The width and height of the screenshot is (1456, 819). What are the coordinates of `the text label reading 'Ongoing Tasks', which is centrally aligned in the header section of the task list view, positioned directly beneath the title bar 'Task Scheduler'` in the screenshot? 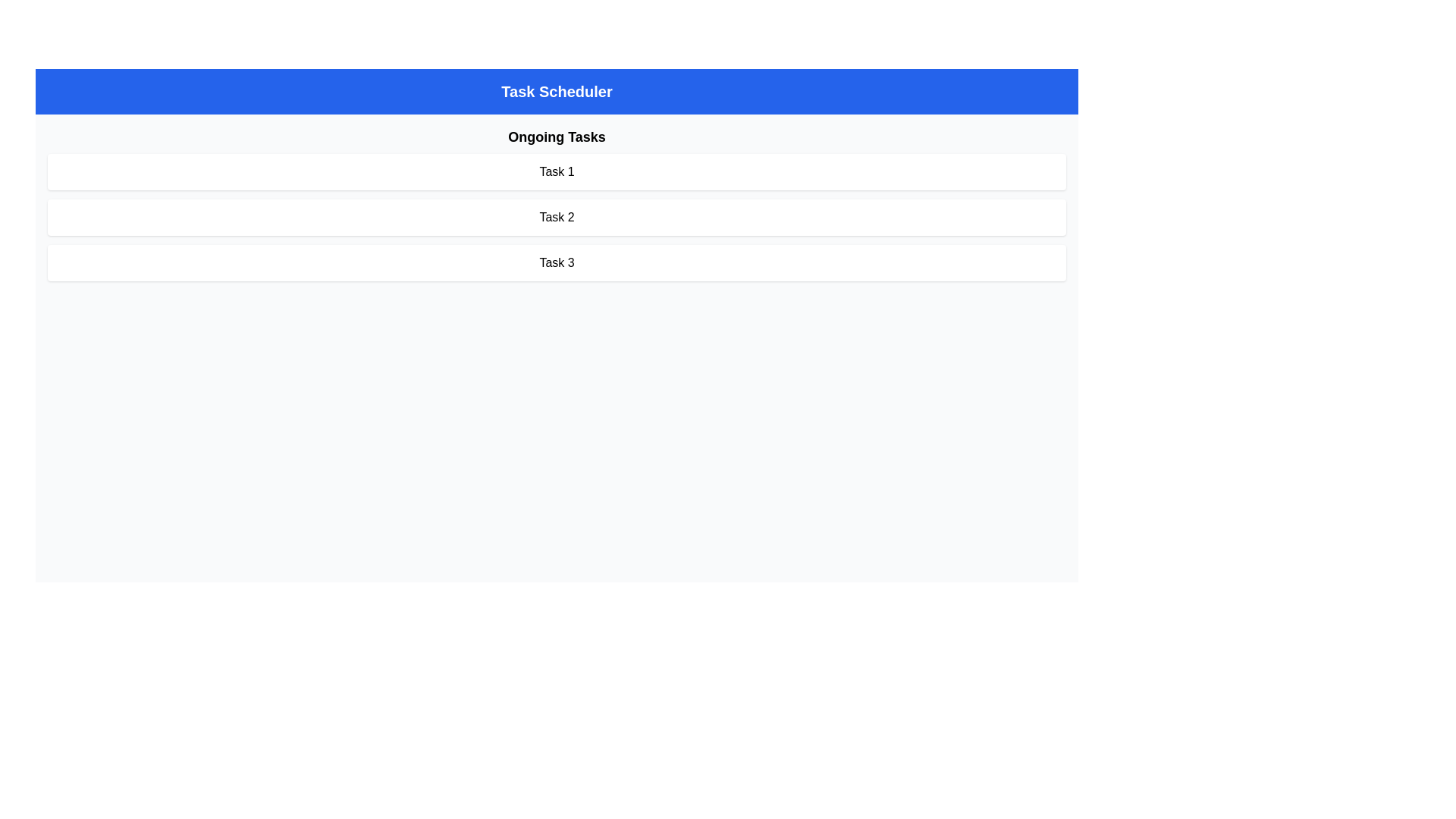 It's located at (556, 137).